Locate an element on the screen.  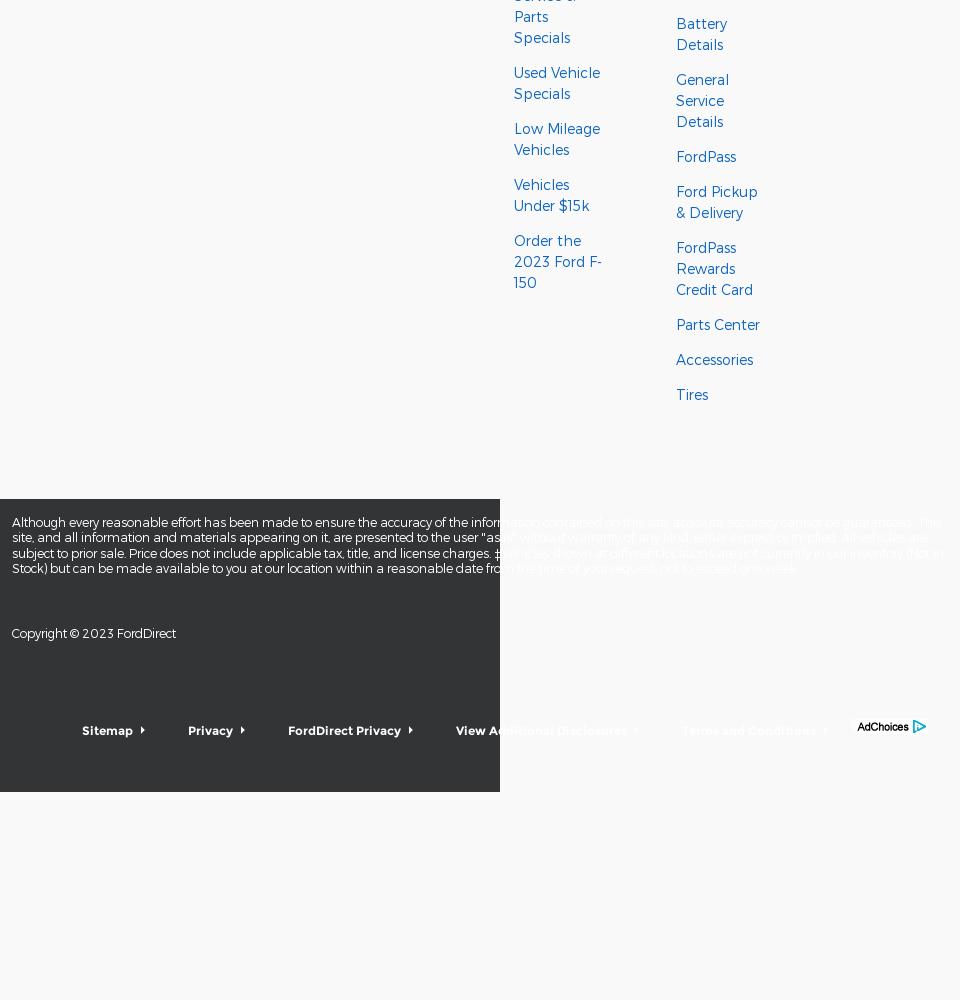
'Ford Pickup & Delivery' is located at coordinates (717, 201).